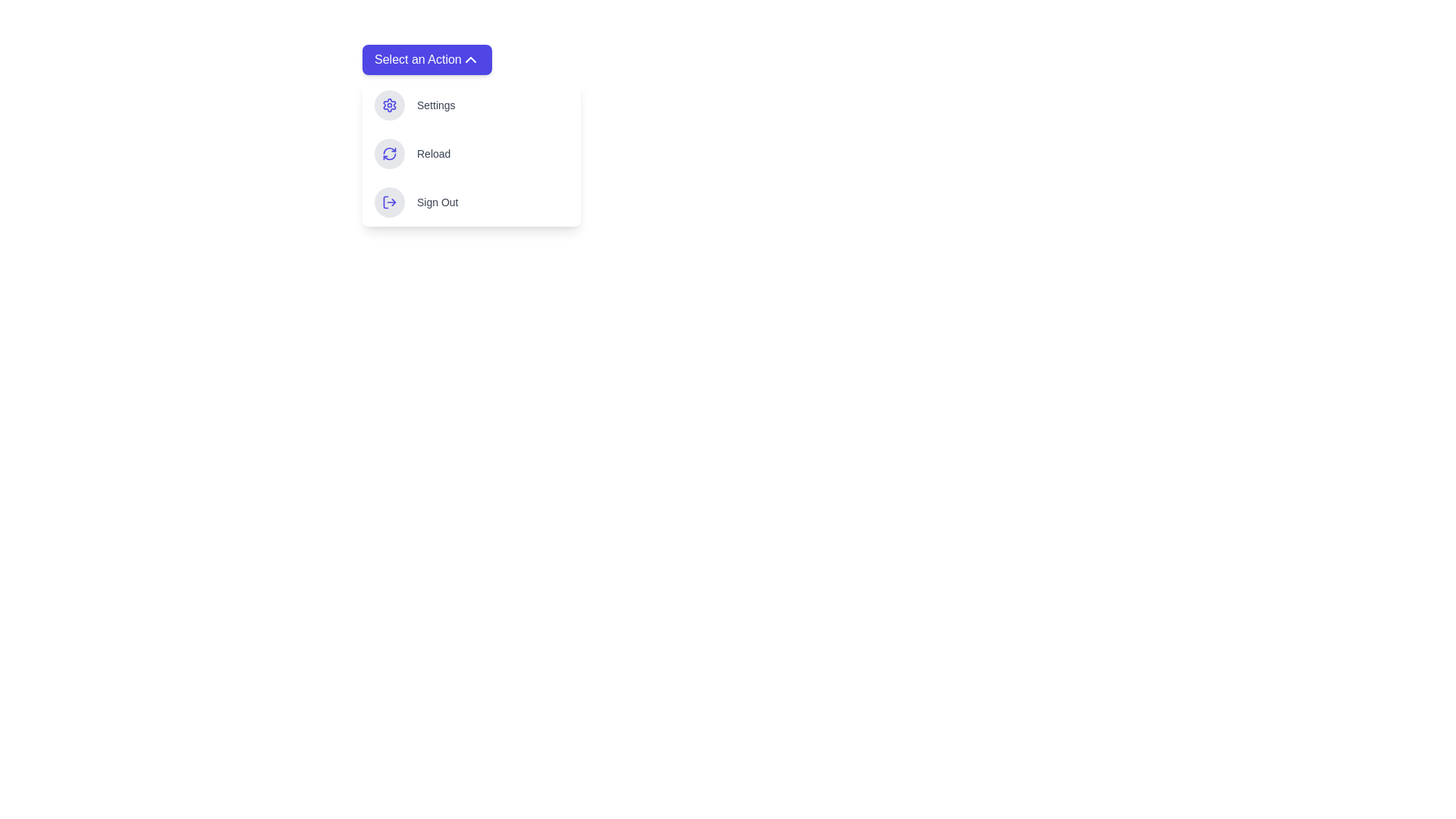 The height and width of the screenshot is (819, 1456). Describe the element at coordinates (433, 154) in the screenshot. I see `the 'Reload' text label located in the vertical list menu, which is the second item below 'Settings' and above 'Sign Out', to potentially display a tooltip or change its appearance` at that location.